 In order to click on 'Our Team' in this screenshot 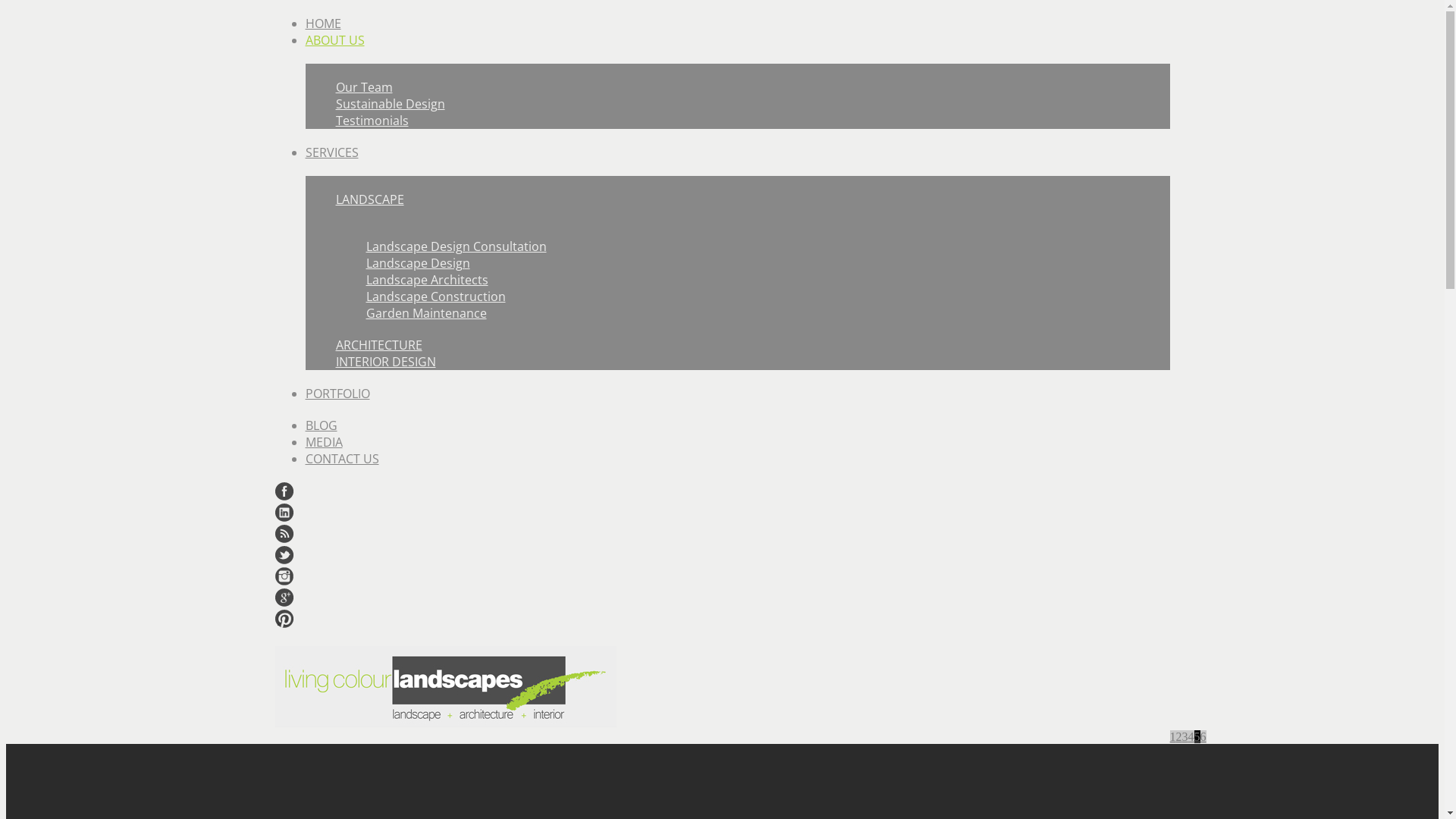, I will do `click(362, 87)`.